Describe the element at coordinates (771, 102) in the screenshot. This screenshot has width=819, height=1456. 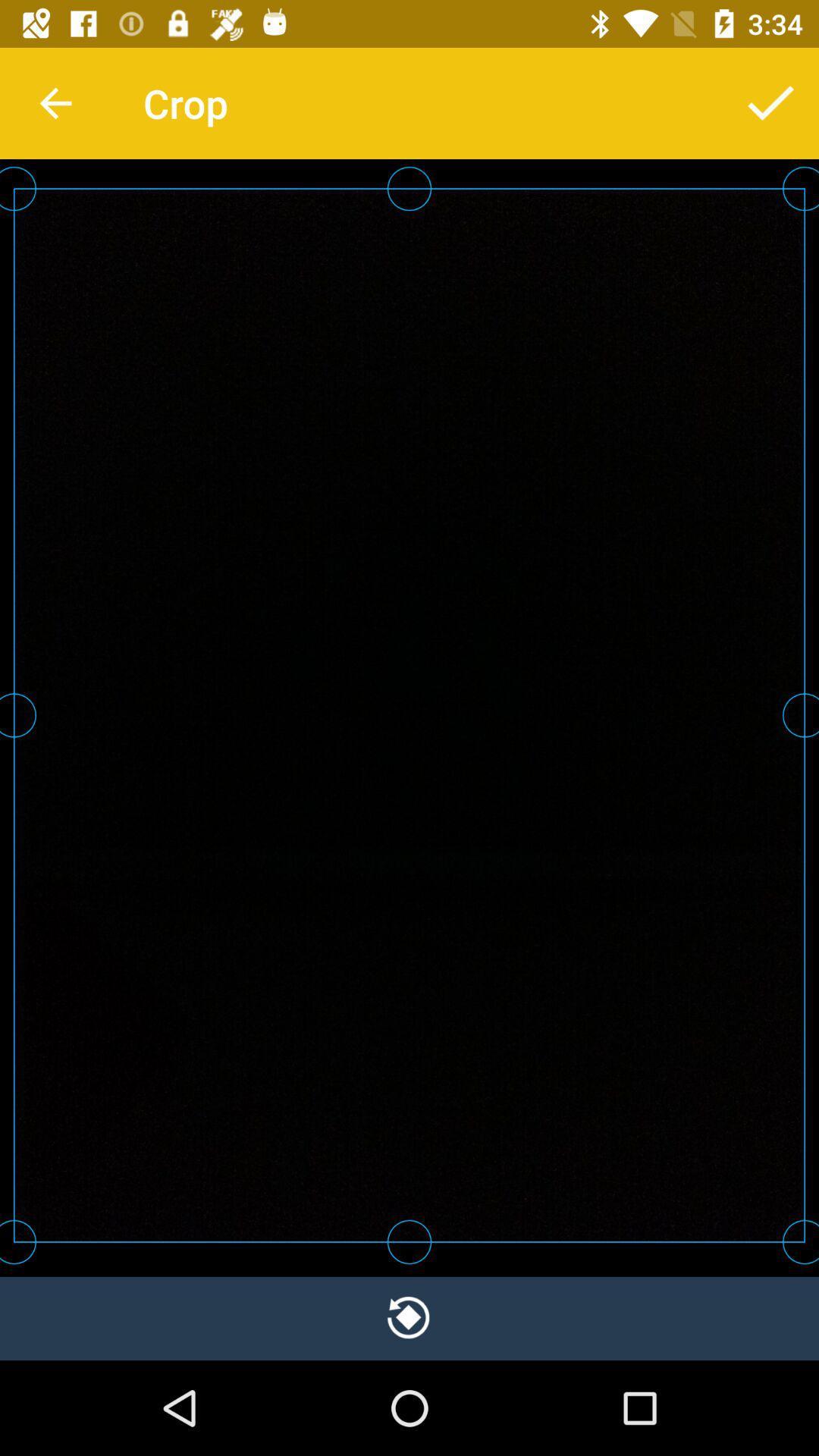
I see `the item next to crop` at that location.